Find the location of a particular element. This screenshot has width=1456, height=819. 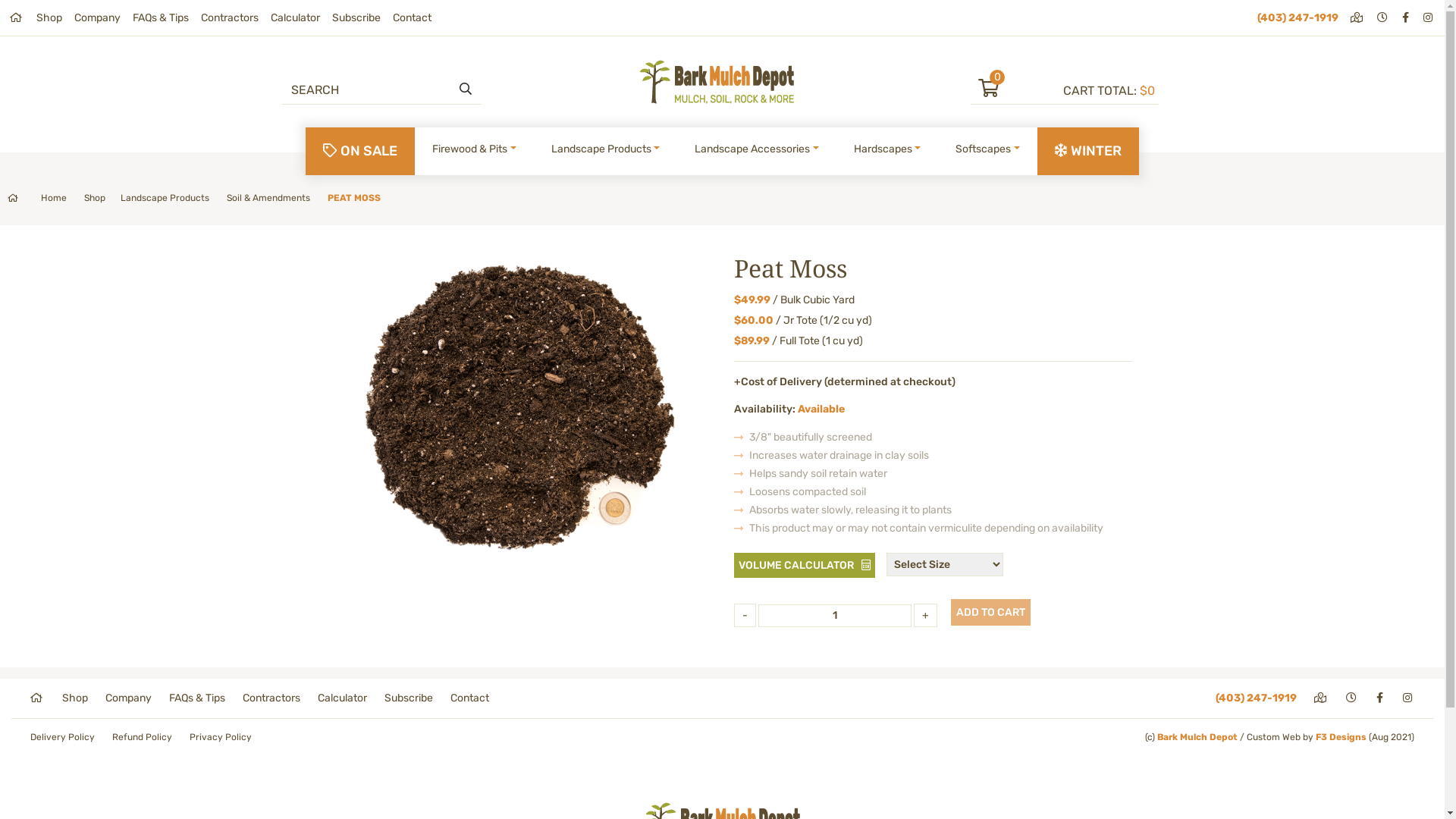

'(403) 247-1919' is located at coordinates (1216, 698).